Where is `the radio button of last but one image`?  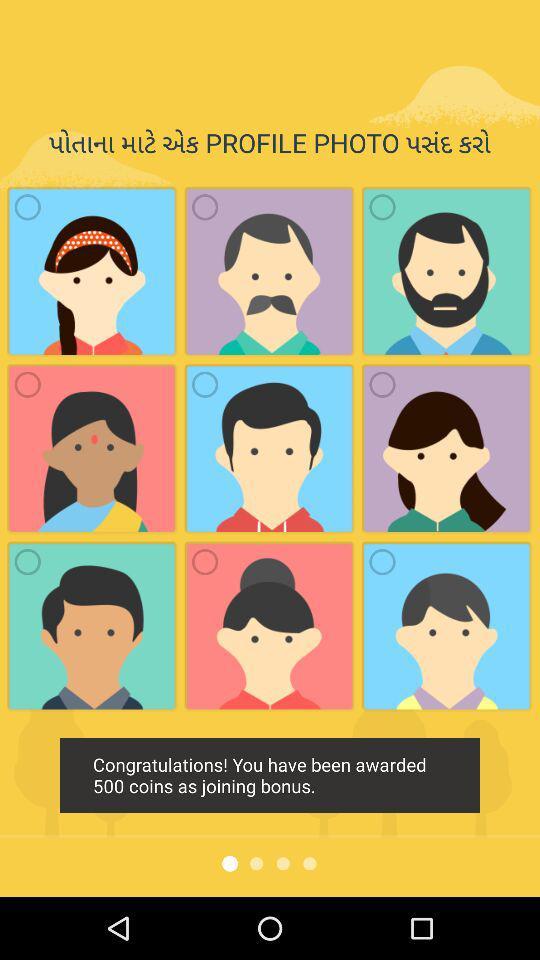 the radio button of last but one image is located at coordinates (203, 561).